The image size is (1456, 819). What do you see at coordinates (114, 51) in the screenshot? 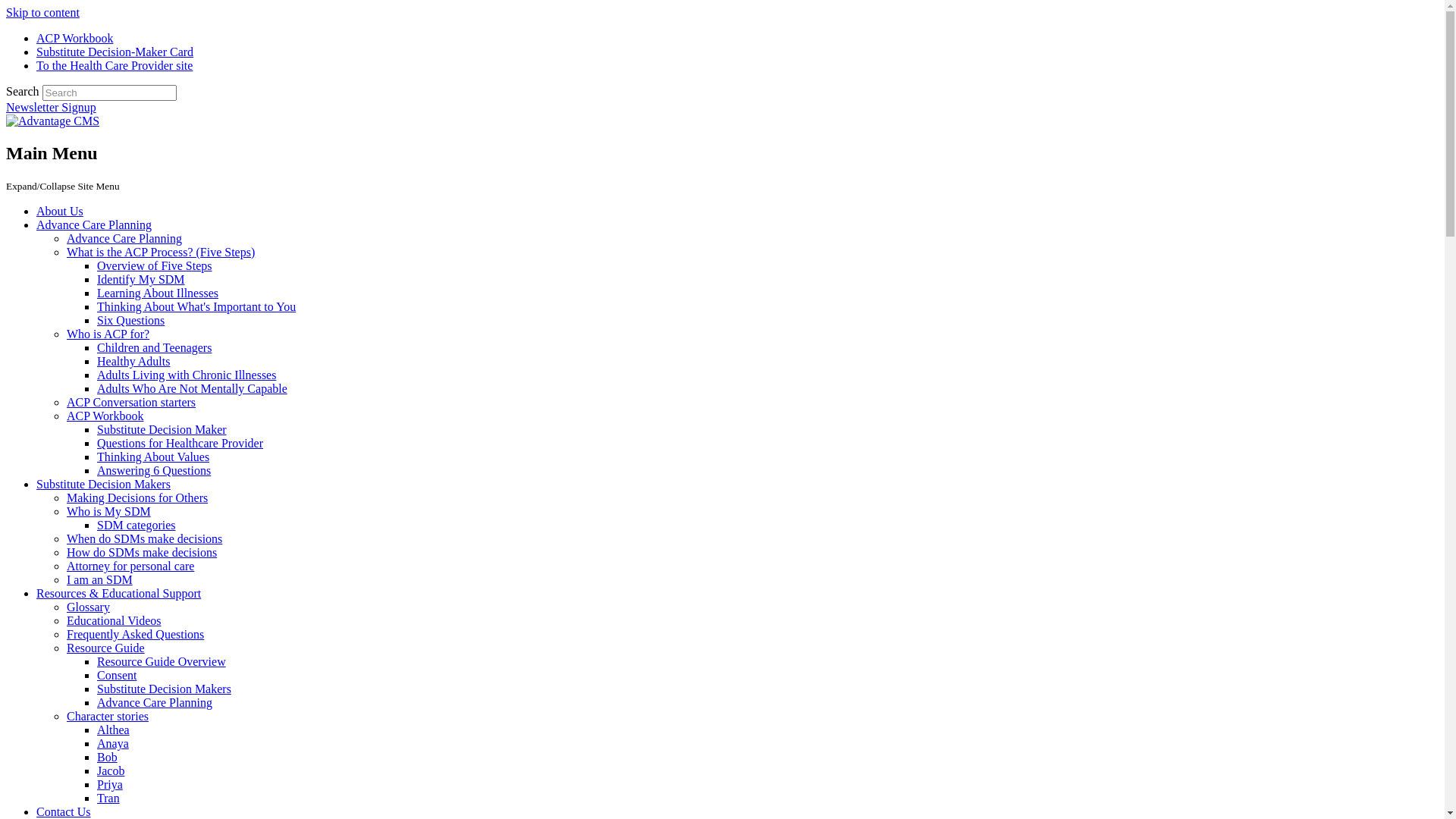
I see `'Substitute Decision-Maker Card'` at bounding box center [114, 51].